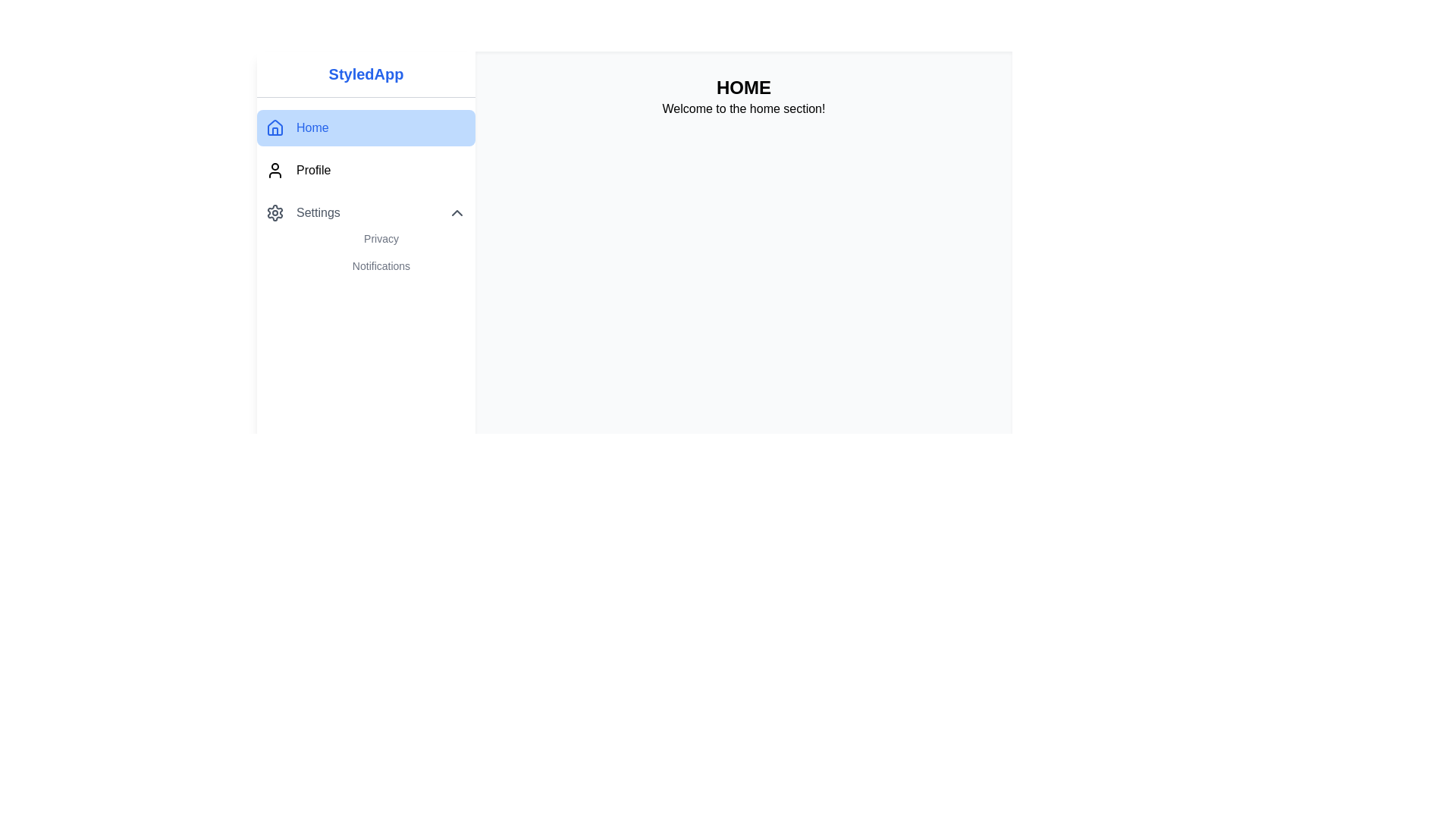 Image resolution: width=1456 pixels, height=819 pixels. What do you see at coordinates (275, 130) in the screenshot?
I see `the House-shaped icon in the sidebar menu that indicates the 'Home' section of the application` at bounding box center [275, 130].